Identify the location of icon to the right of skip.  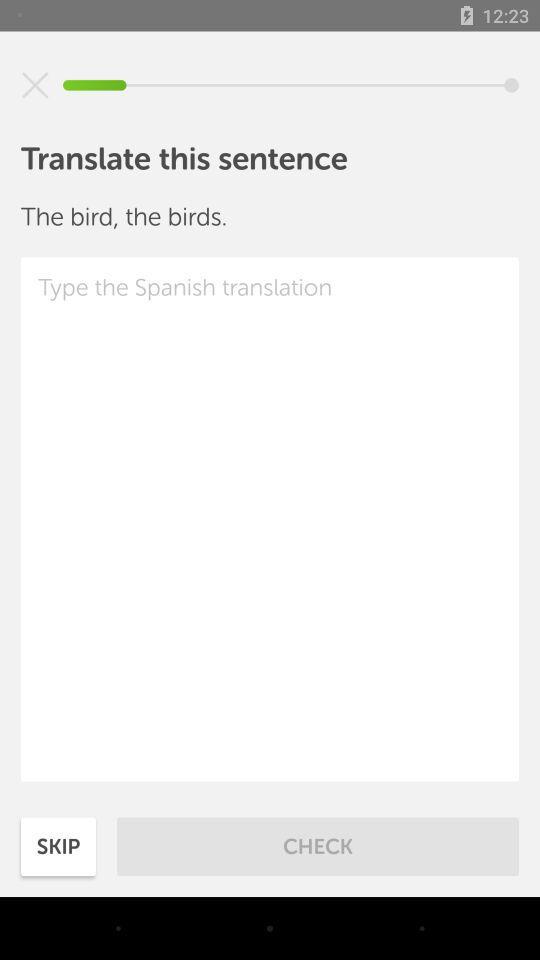
(318, 845).